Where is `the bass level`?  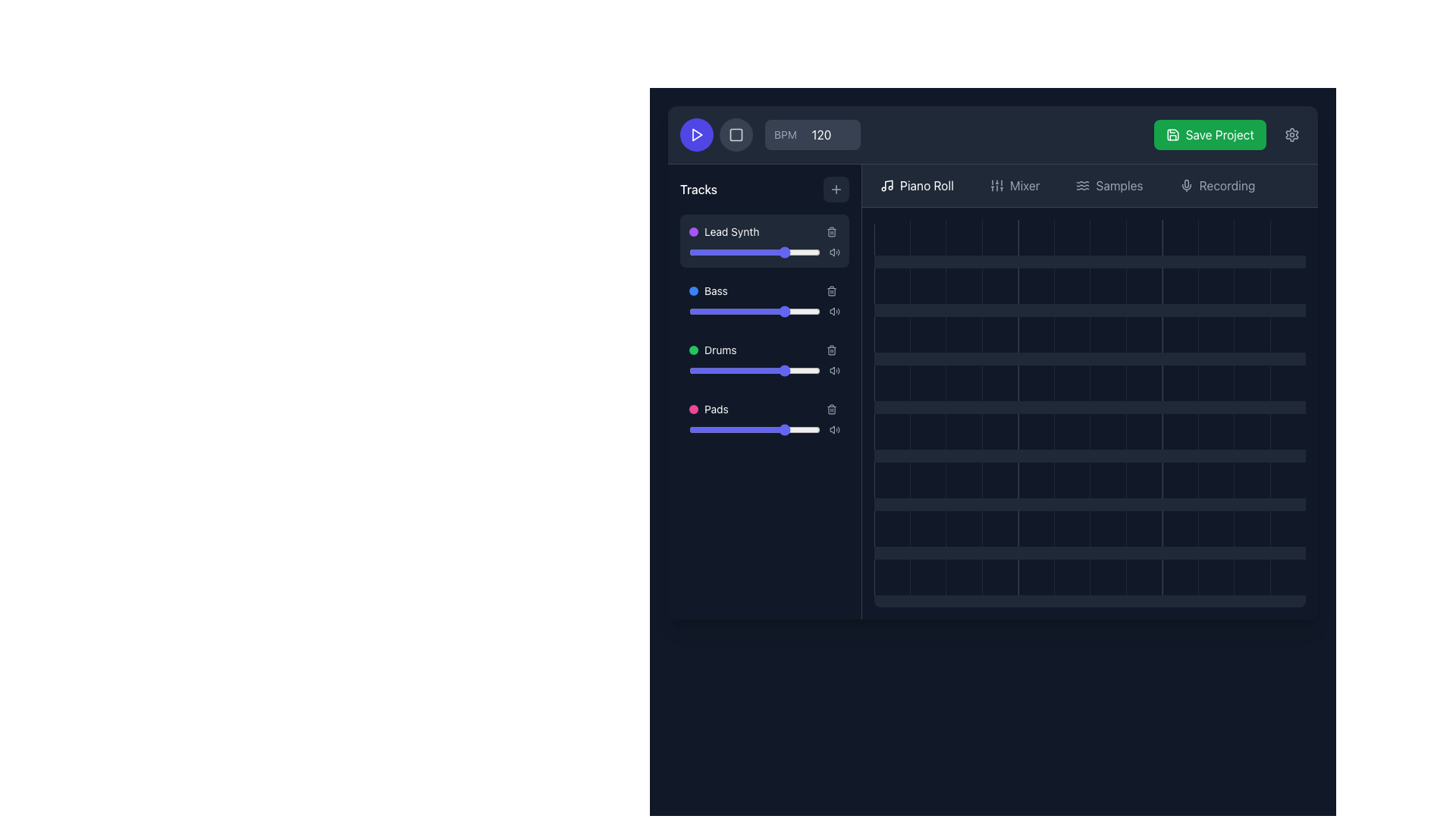
the bass level is located at coordinates (797, 311).